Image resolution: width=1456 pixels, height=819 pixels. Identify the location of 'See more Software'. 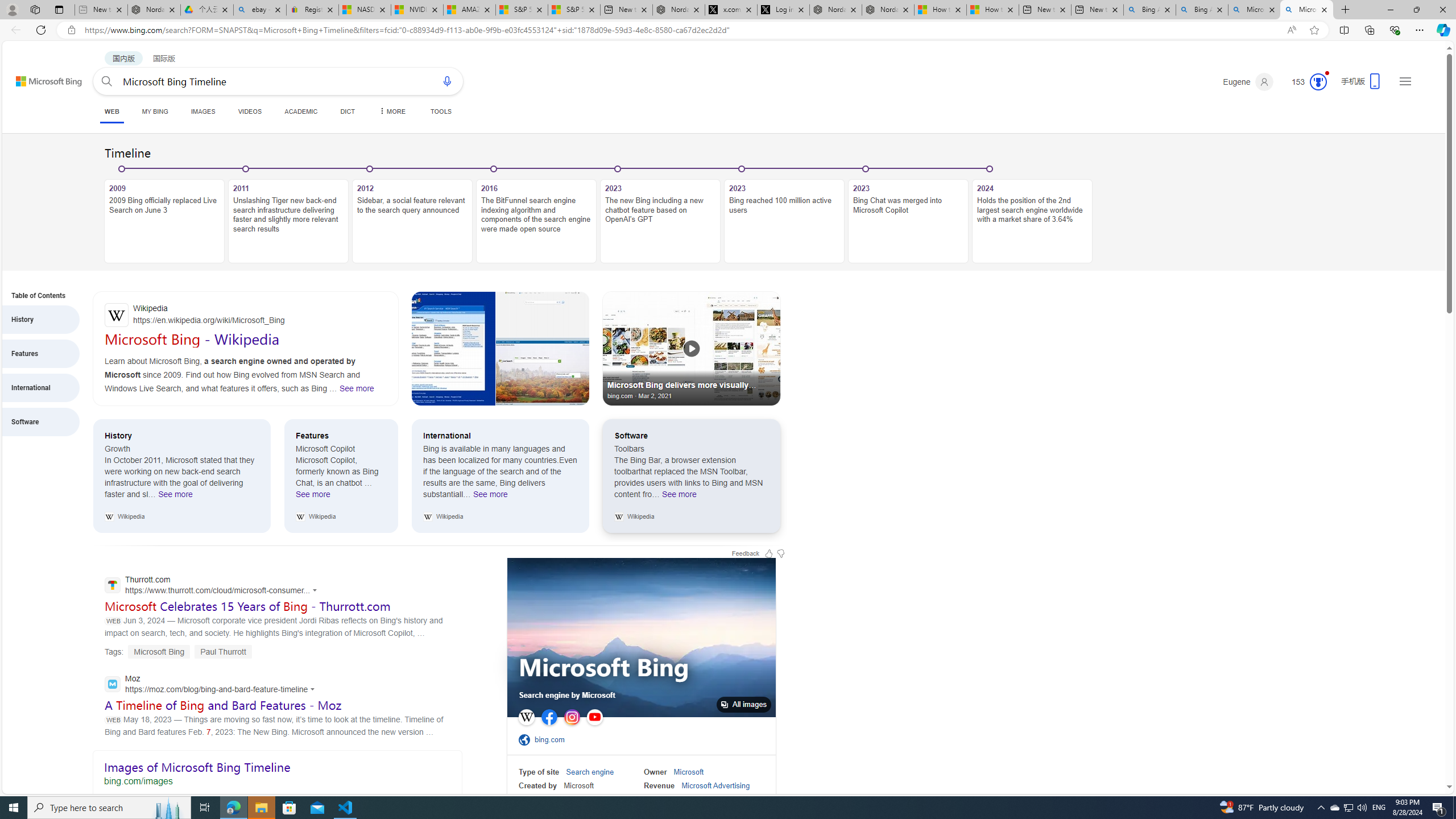
(679, 497).